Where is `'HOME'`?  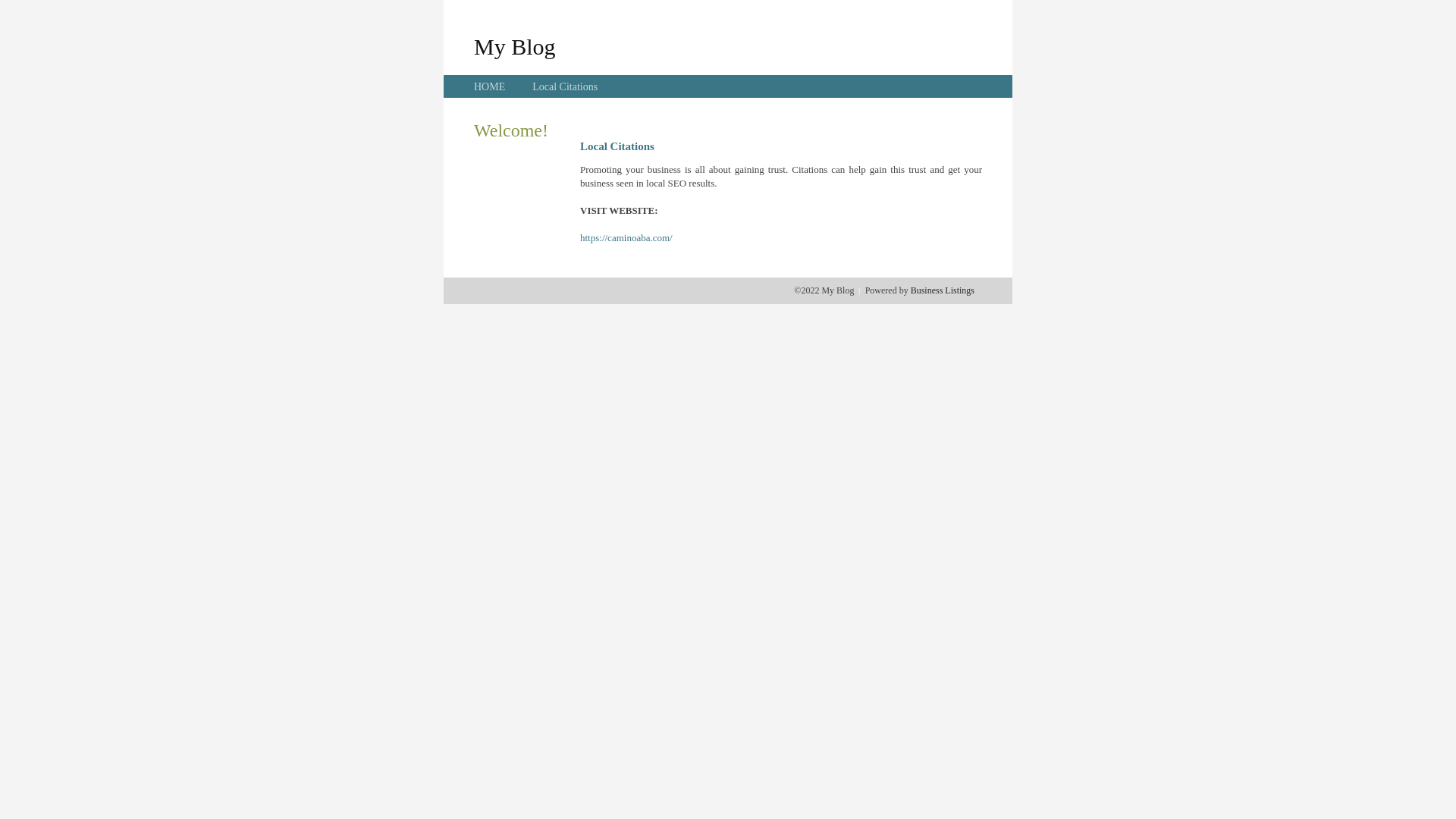
'HOME' is located at coordinates (489, 86).